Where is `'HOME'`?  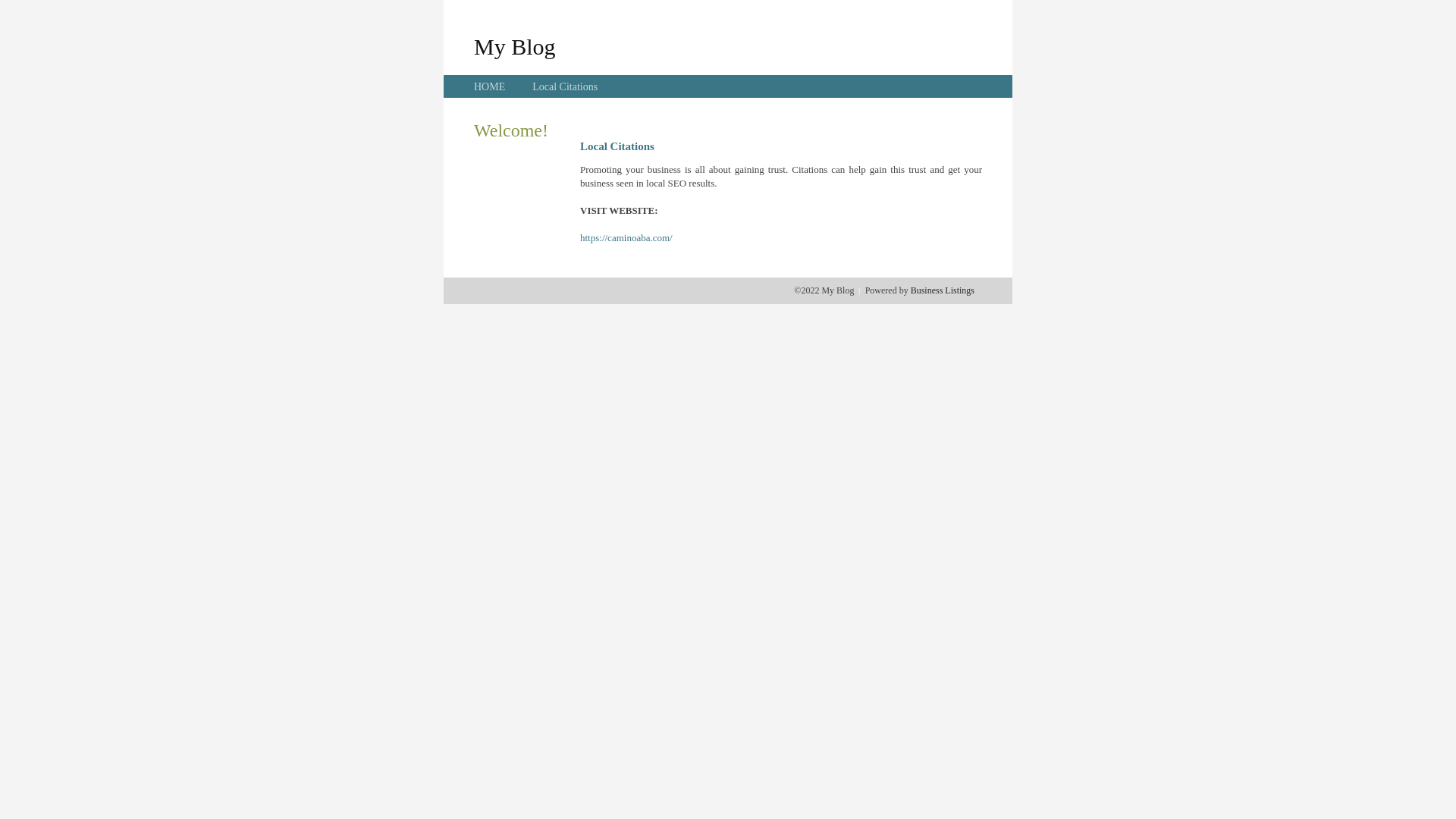
'HOME' is located at coordinates (489, 86).